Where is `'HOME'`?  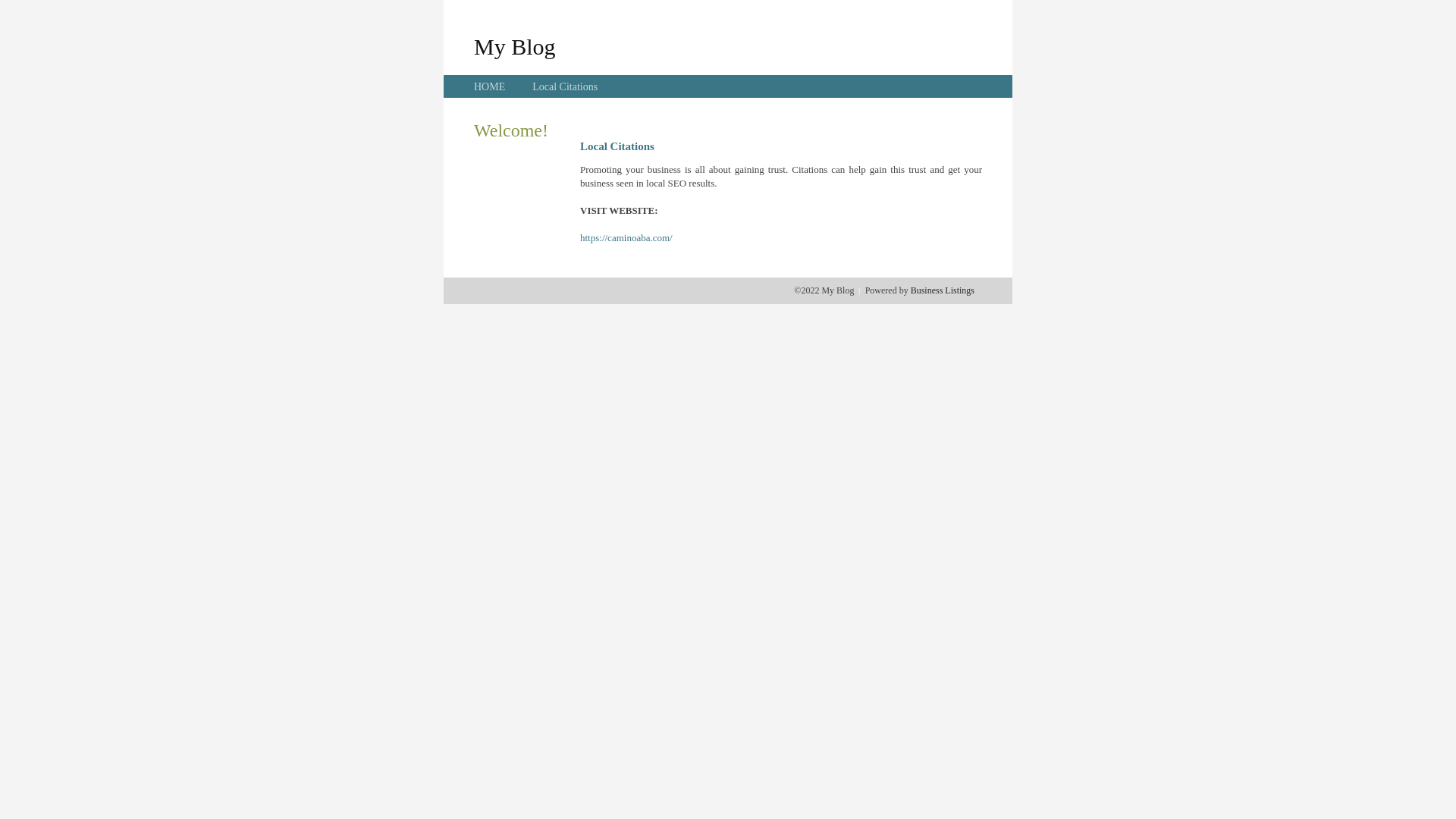
'HOME' is located at coordinates (489, 86).